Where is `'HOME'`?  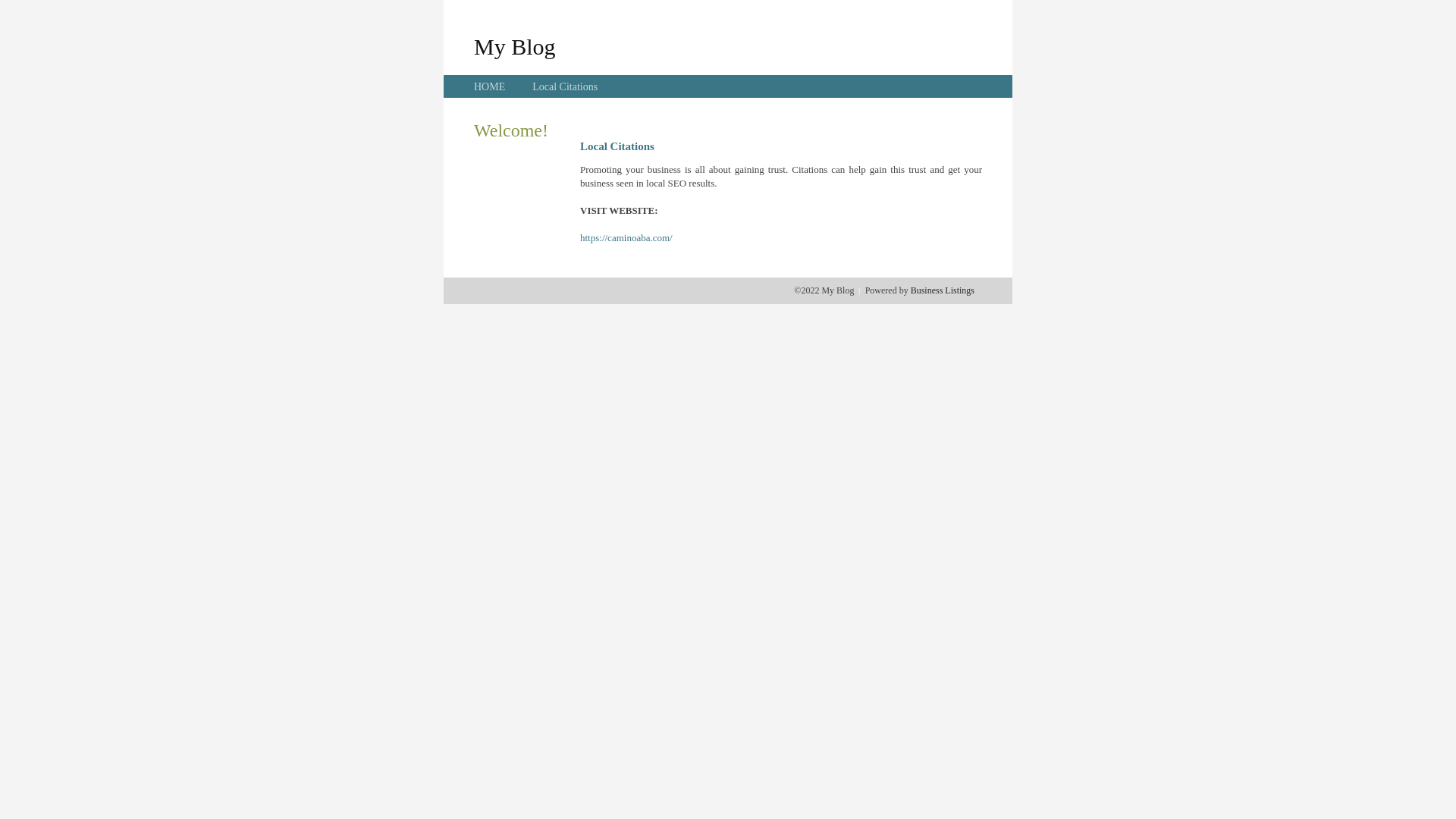
'HOME' is located at coordinates (489, 86).